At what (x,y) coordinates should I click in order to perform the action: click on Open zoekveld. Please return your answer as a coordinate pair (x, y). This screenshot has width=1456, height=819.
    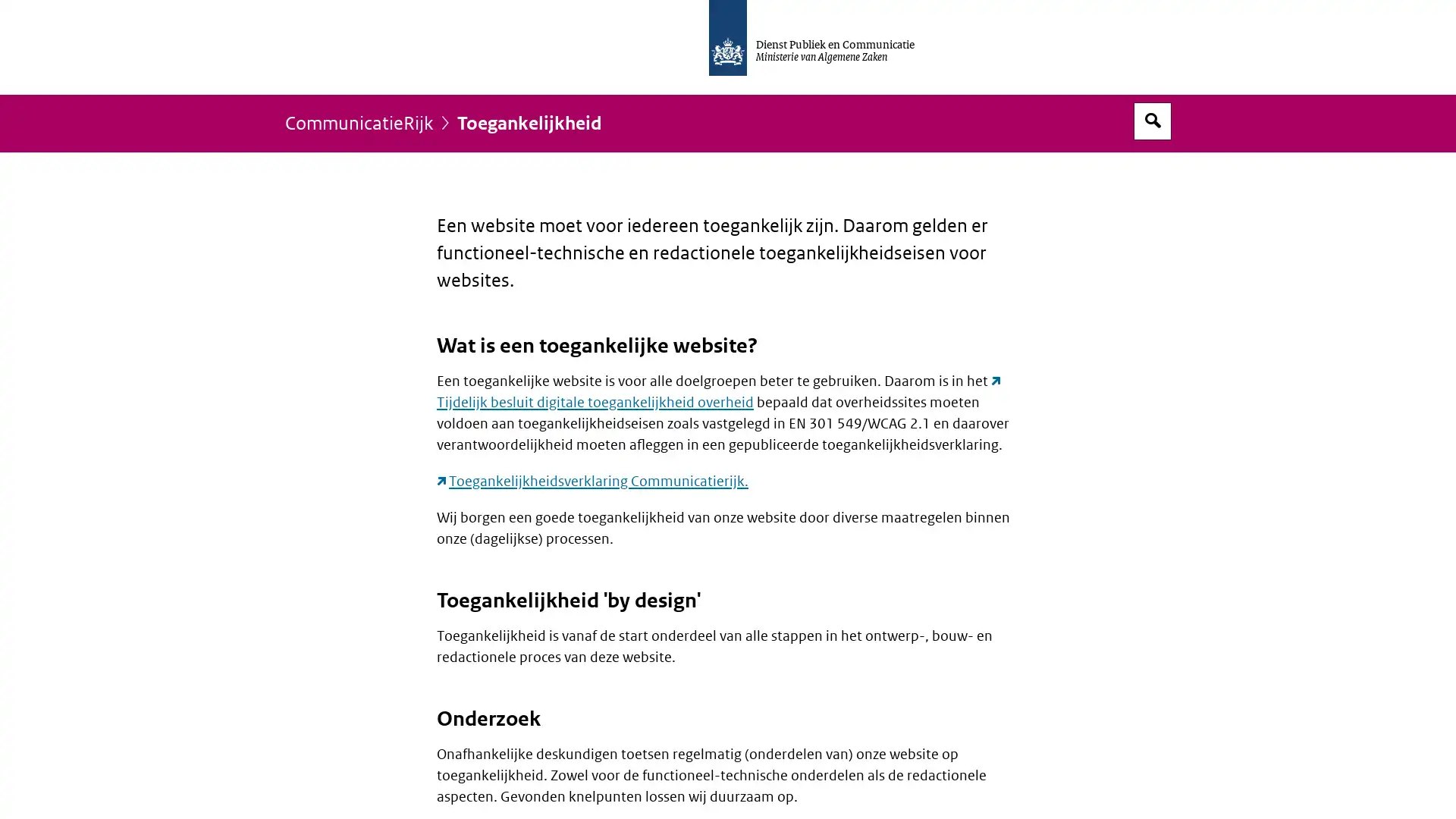
    Looking at the image, I should click on (1153, 120).